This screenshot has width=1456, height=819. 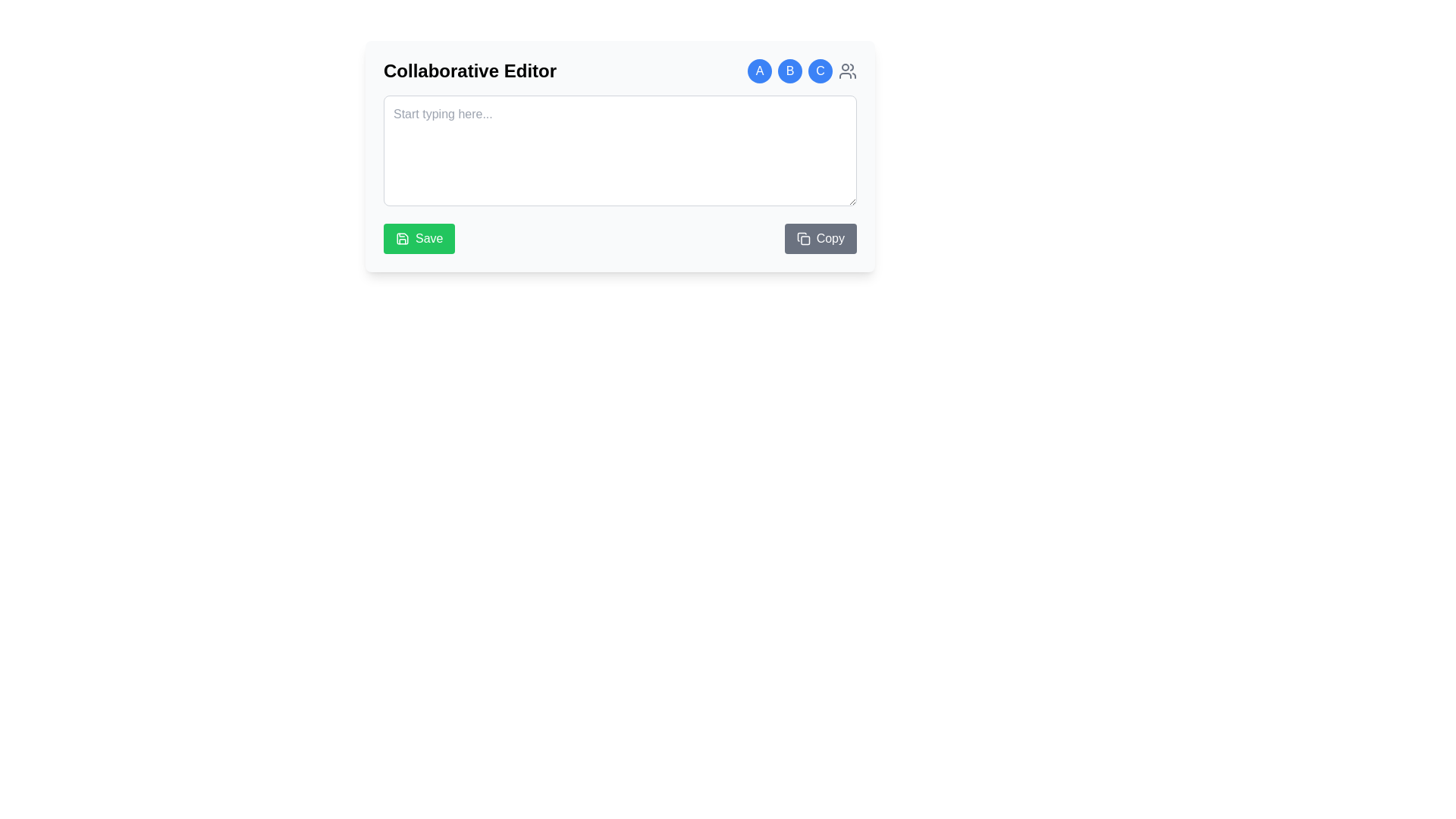 I want to click on the save icon located at the bottom left corner of the 'Collaborative Editor' card, so click(x=403, y=239).